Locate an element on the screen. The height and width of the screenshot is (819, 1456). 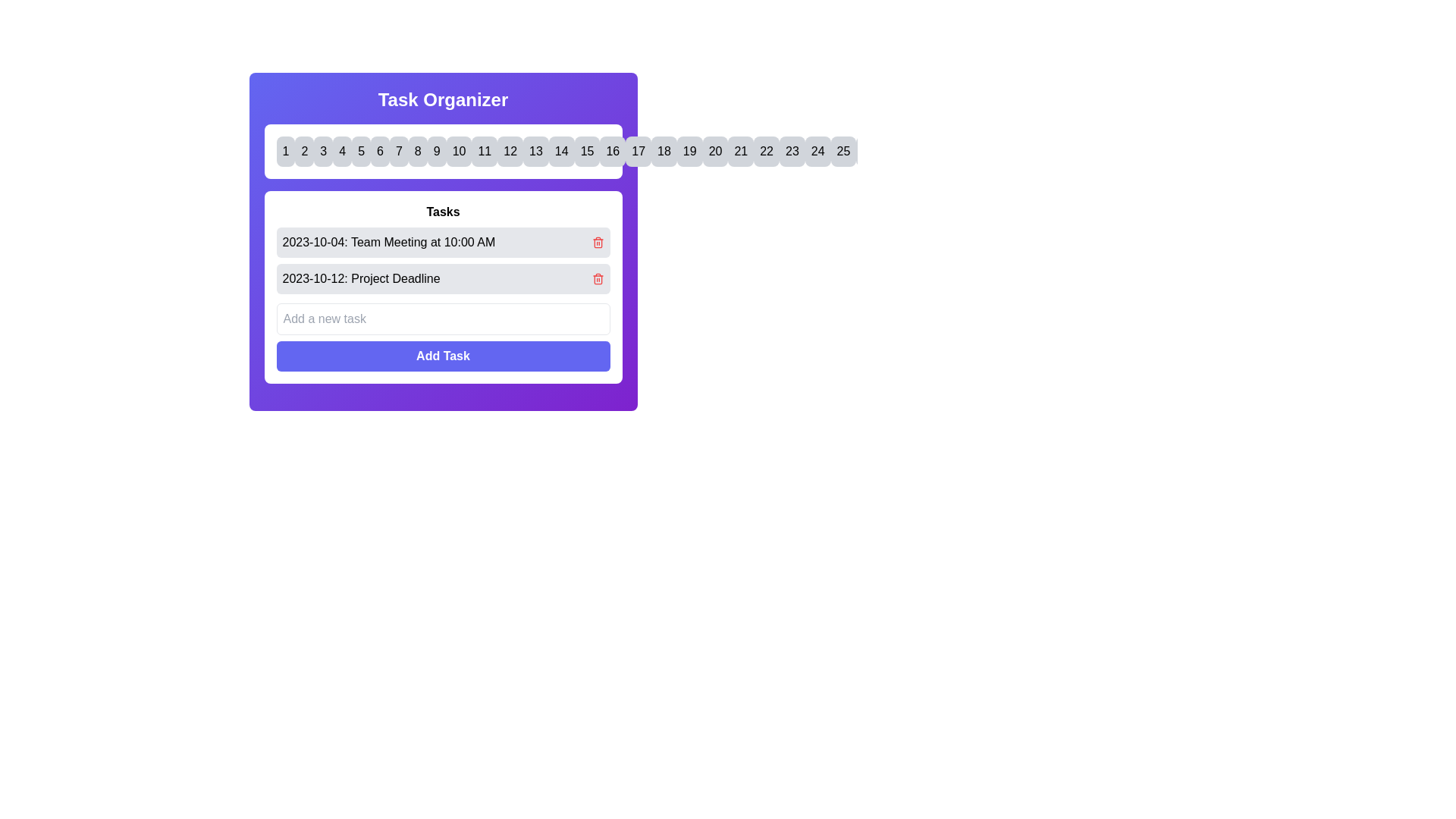
the rounded rectangular button labeled '21' with a light gray background is located at coordinates (741, 152).